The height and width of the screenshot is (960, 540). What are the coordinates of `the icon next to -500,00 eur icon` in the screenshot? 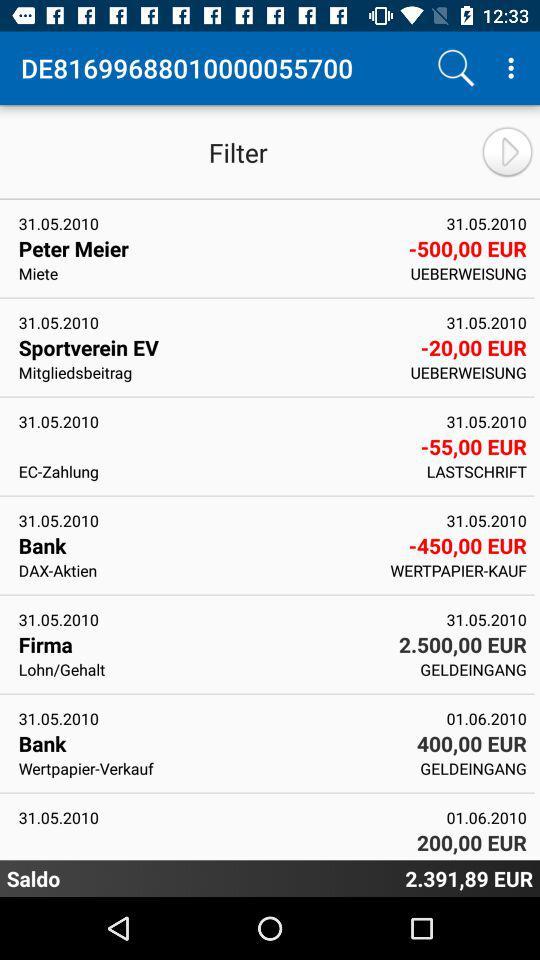 It's located at (207, 272).